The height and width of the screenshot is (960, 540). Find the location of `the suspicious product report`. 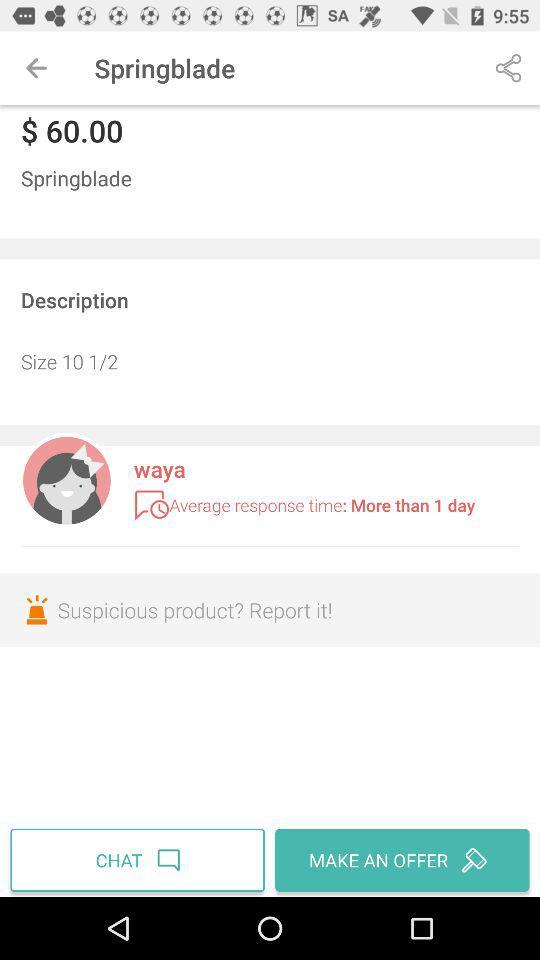

the suspicious product report is located at coordinates (270, 609).